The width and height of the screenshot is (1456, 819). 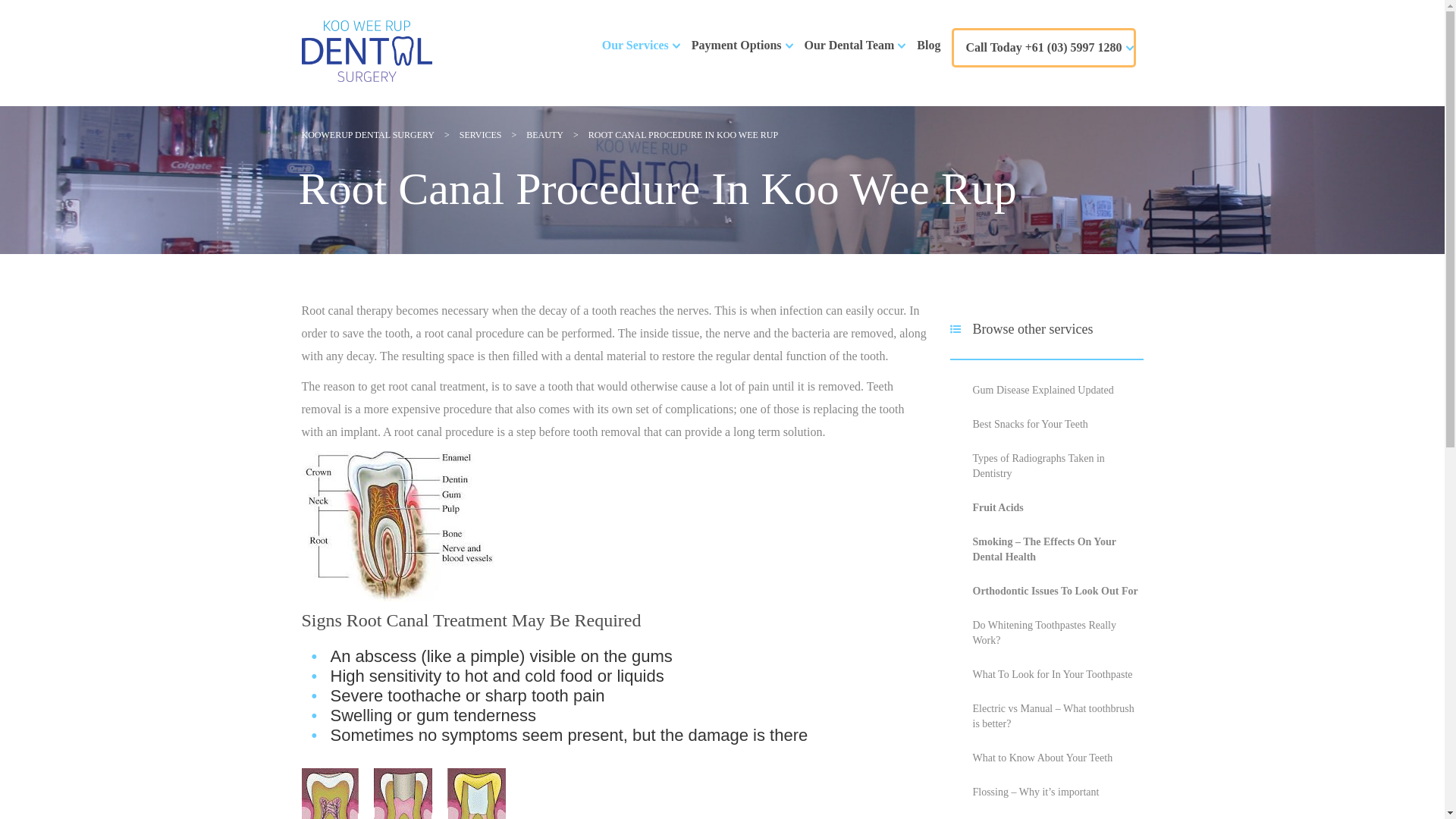 What do you see at coordinates (997, 507) in the screenshot?
I see `'Fruit Acids'` at bounding box center [997, 507].